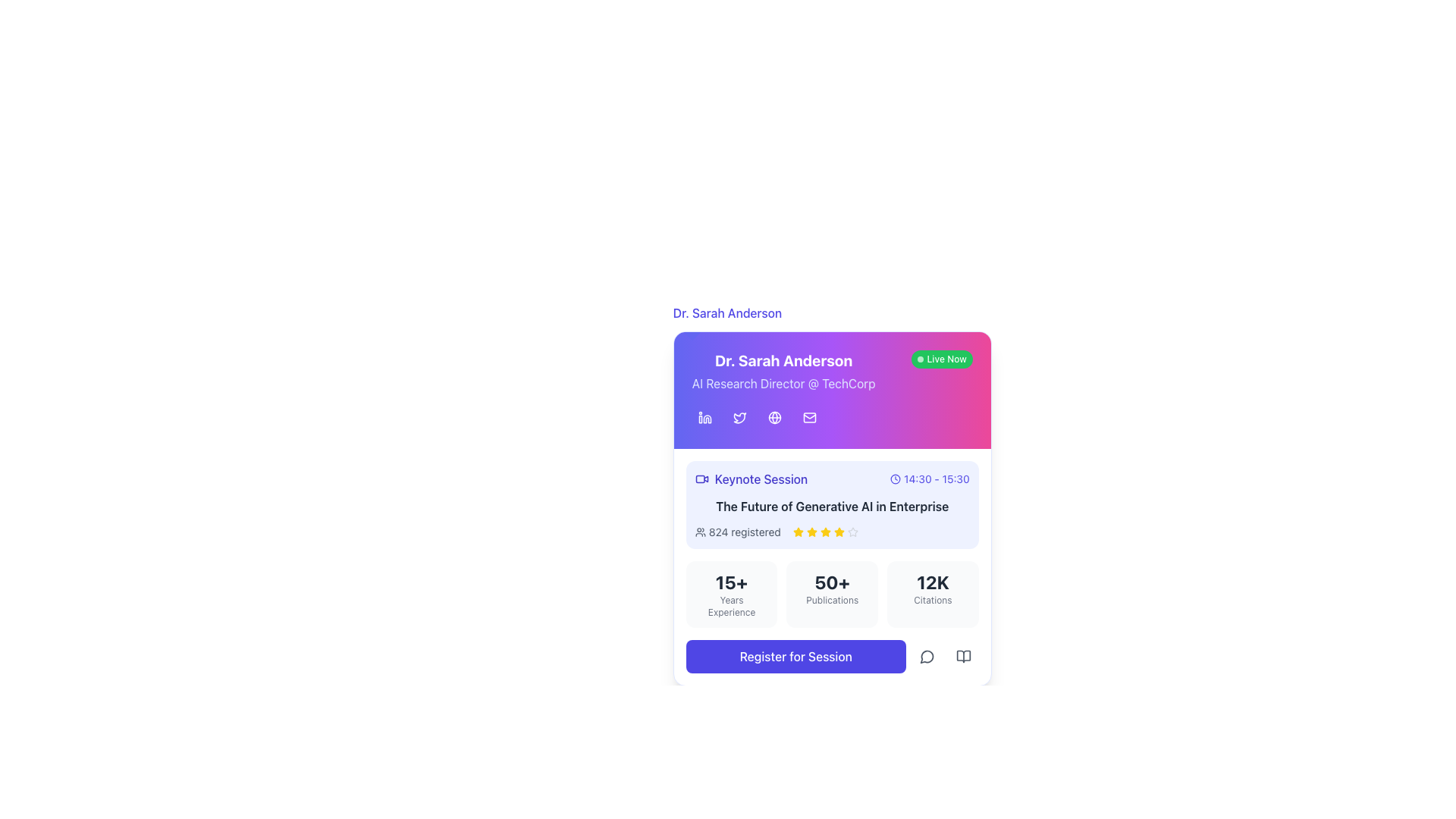 The width and height of the screenshot is (1456, 819). What do you see at coordinates (774, 418) in the screenshot?
I see `the globe icon, which is part of the visual representation for a global action, located to the right of the center of the icon below the user's description section` at bounding box center [774, 418].